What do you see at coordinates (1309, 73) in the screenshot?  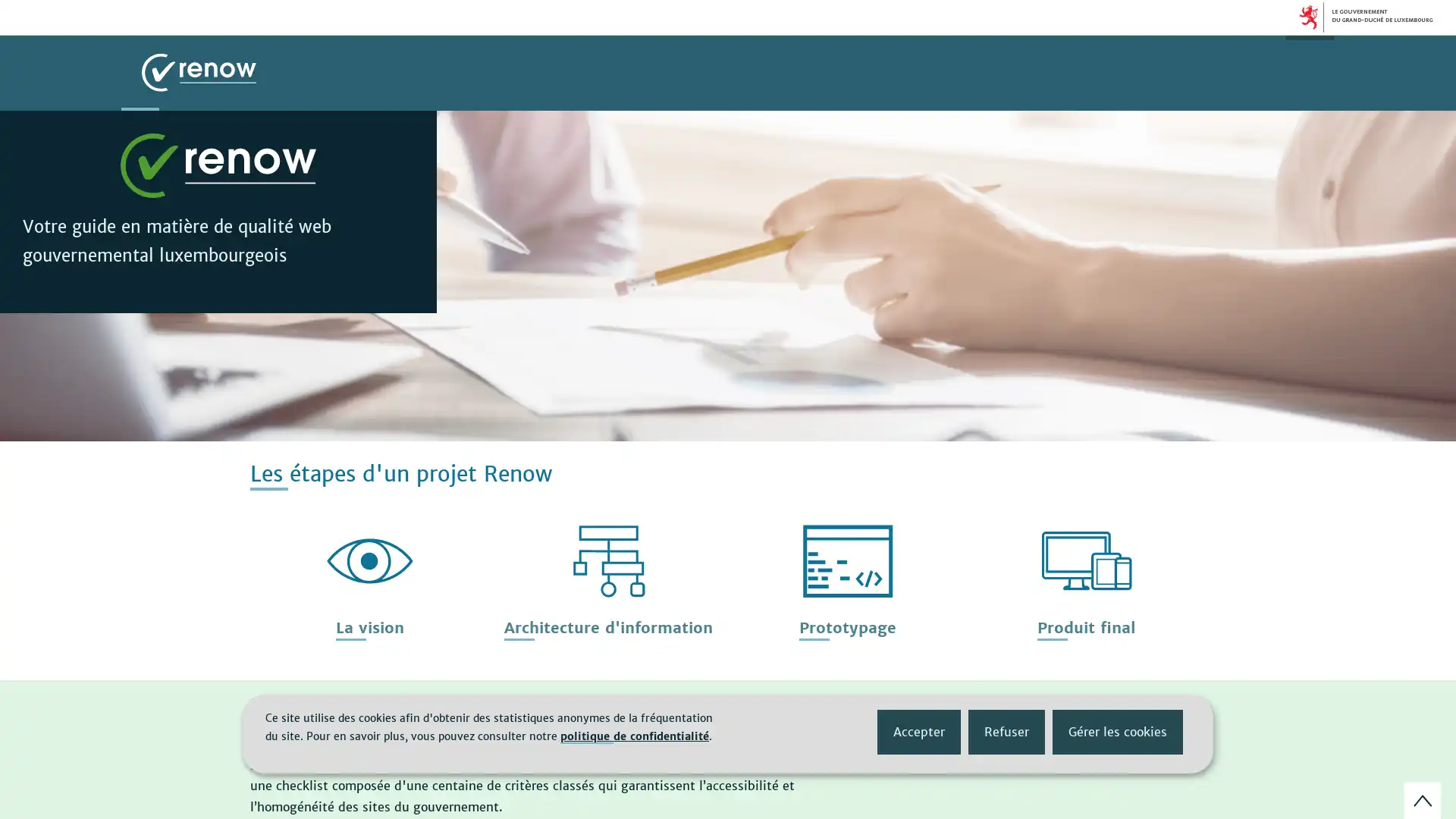 I see `Afficher la recherche` at bounding box center [1309, 73].